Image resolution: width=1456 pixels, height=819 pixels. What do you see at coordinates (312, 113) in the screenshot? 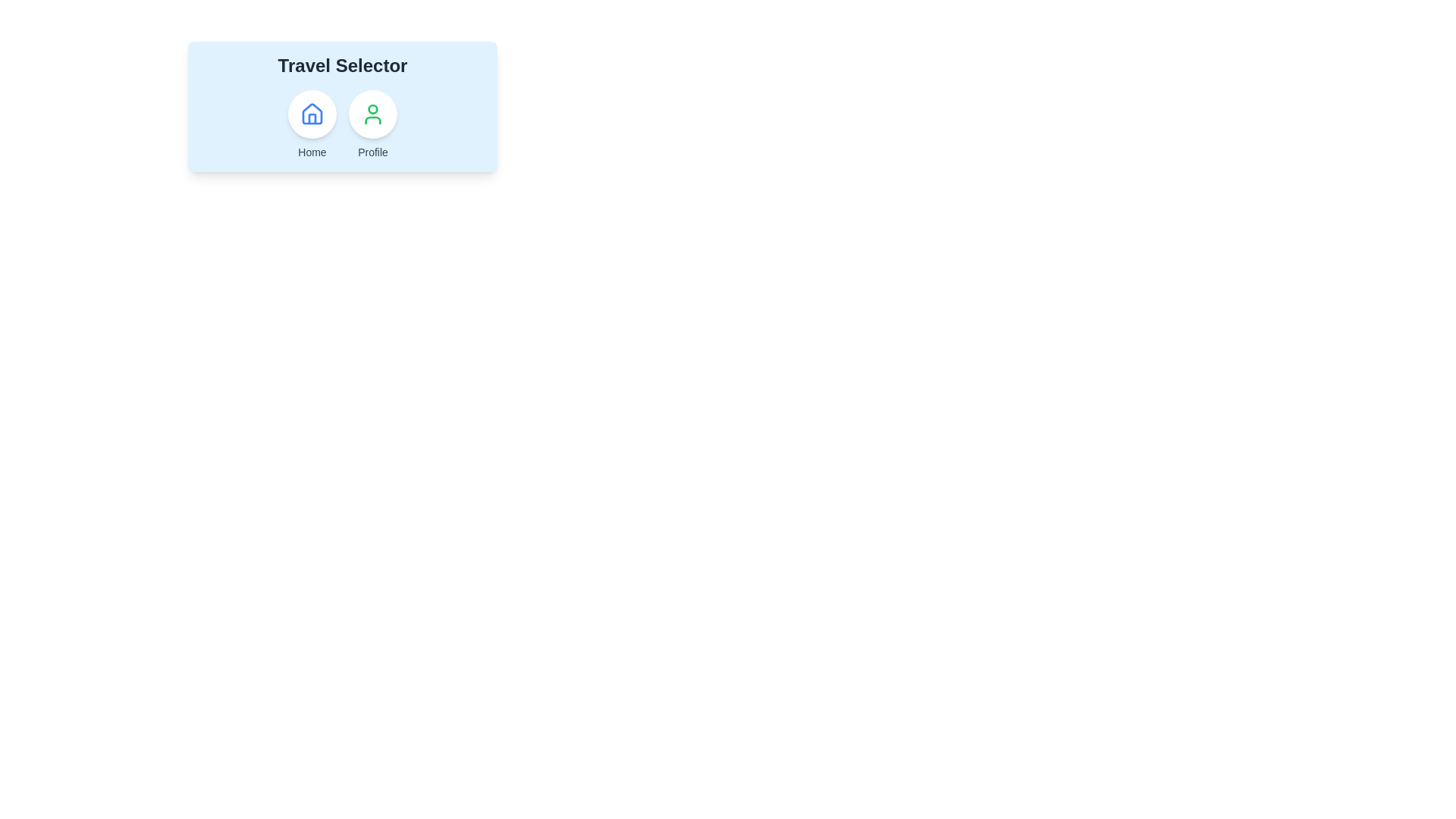
I see `the leftmost circular Icon button with a white background and blue house icon, which is styled to appear floating under the 'Home' label` at bounding box center [312, 113].